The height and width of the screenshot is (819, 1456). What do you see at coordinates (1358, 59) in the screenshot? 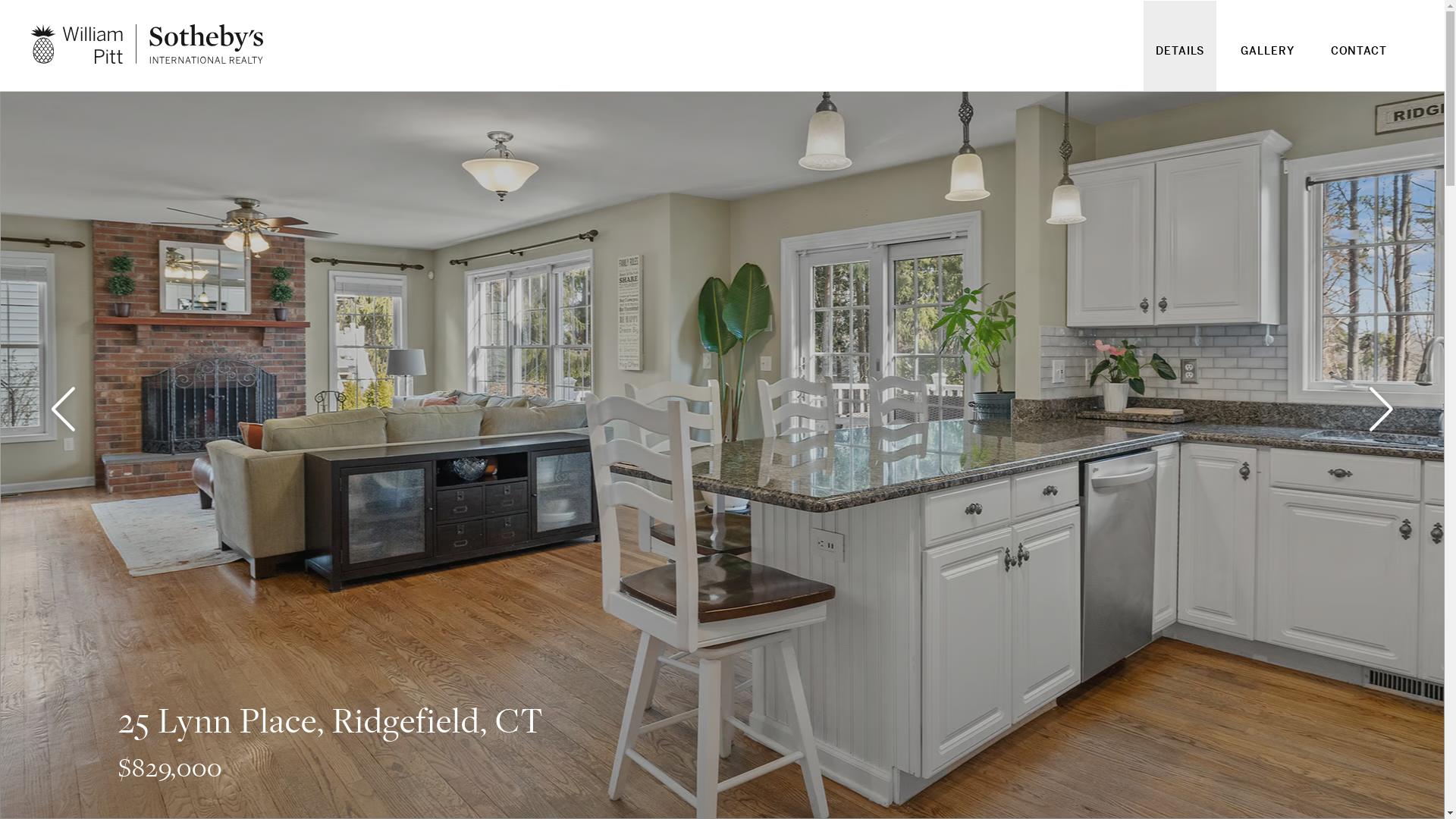
I see `'CONTACT'` at bounding box center [1358, 59].